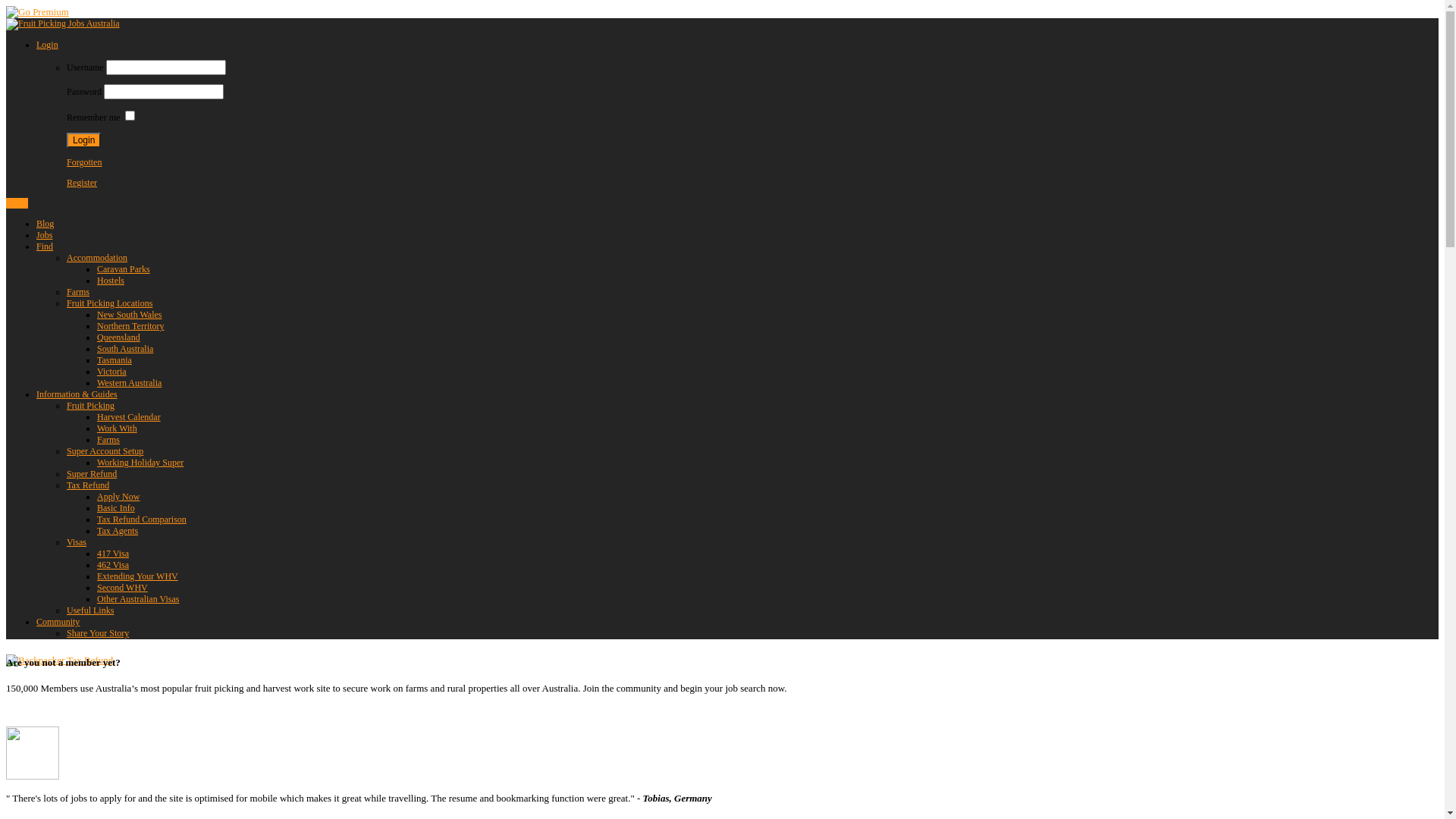  Describe the element at coordinates (116, 529) in the screenshot. I see `'Tax Agents'` at that location.